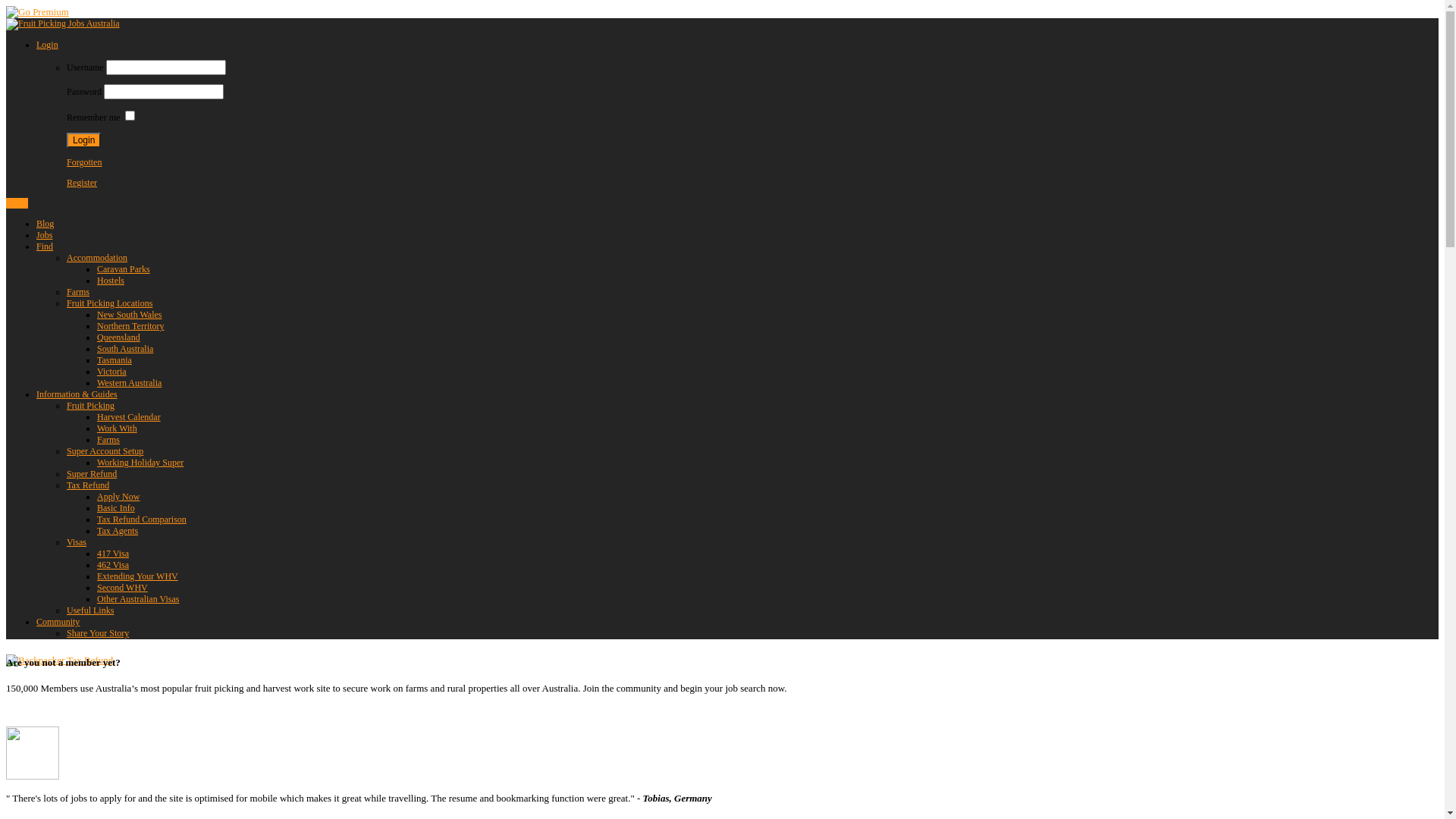  Describe the element at coordinates (116, 529) in the screenshot. I see `'Tax Agents'` at that location.